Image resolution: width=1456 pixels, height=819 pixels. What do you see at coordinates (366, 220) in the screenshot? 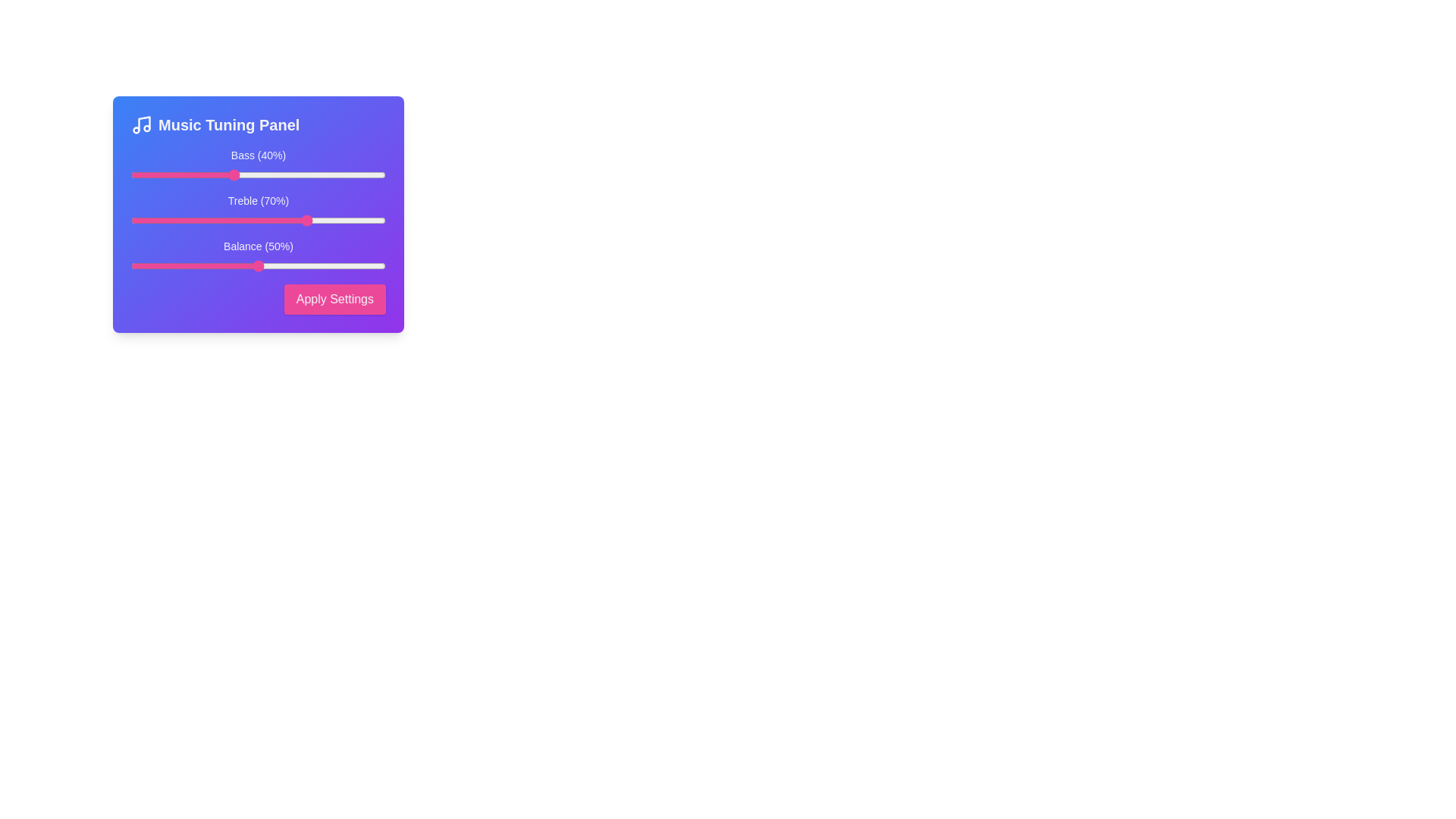
I see `the Treble slider to 92%` at bounding box center [366, 220].